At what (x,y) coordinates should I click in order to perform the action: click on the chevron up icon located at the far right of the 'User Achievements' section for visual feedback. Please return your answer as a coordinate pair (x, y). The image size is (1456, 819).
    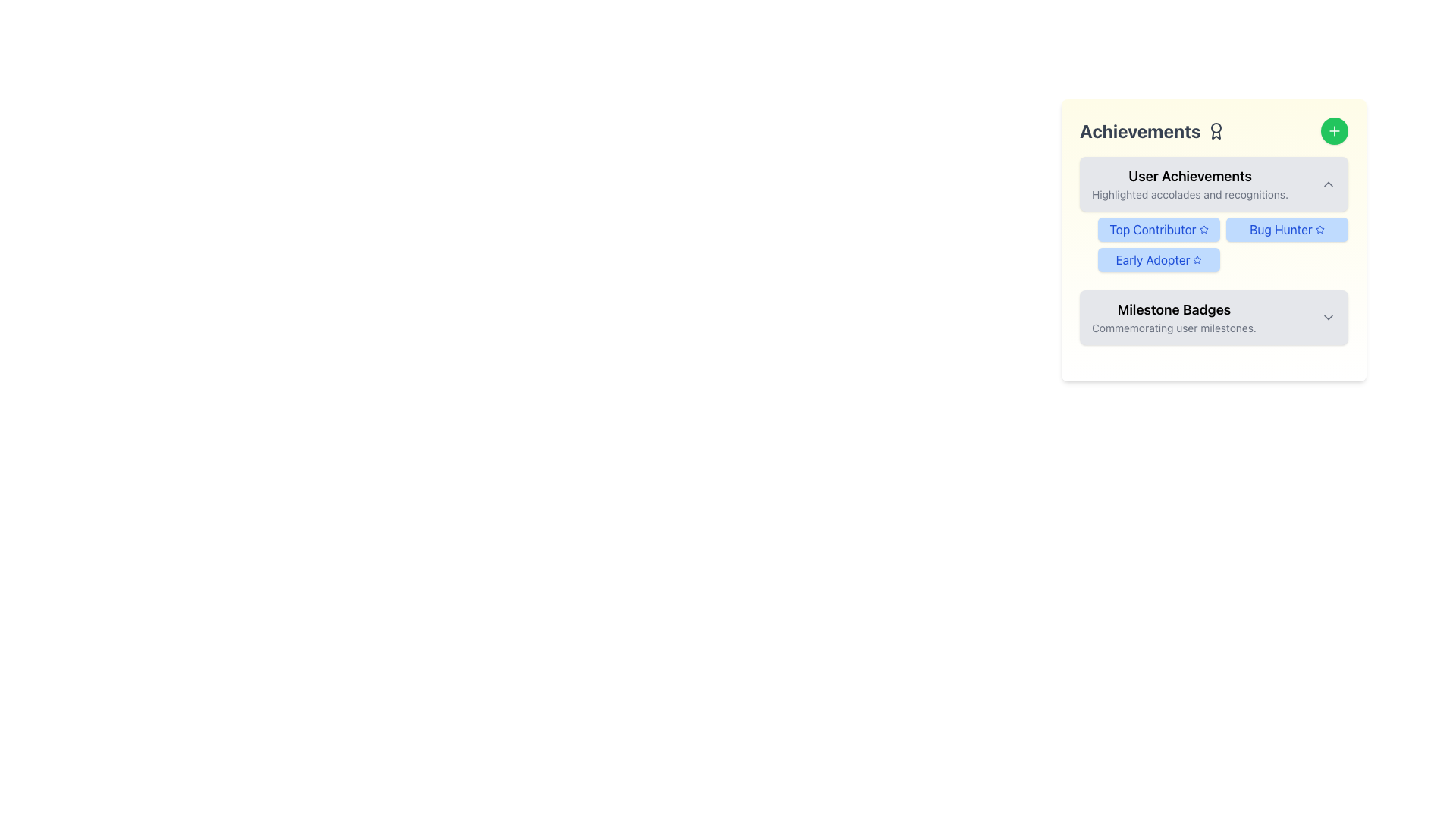
    Looking at the image, I should click on (1328, 184).